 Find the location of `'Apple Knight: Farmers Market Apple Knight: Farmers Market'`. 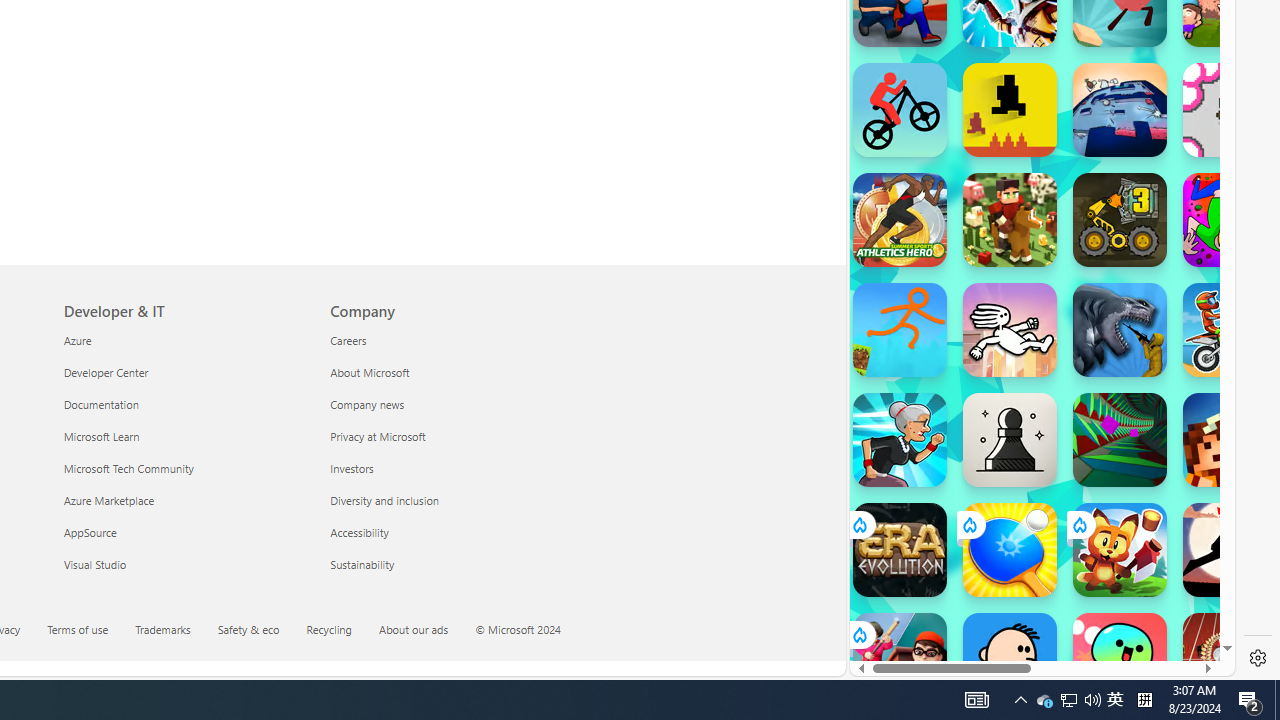

'Apple Knight: Farmers Market Apple Knight: Farmers Market' is located at coordinates (1009, 219).